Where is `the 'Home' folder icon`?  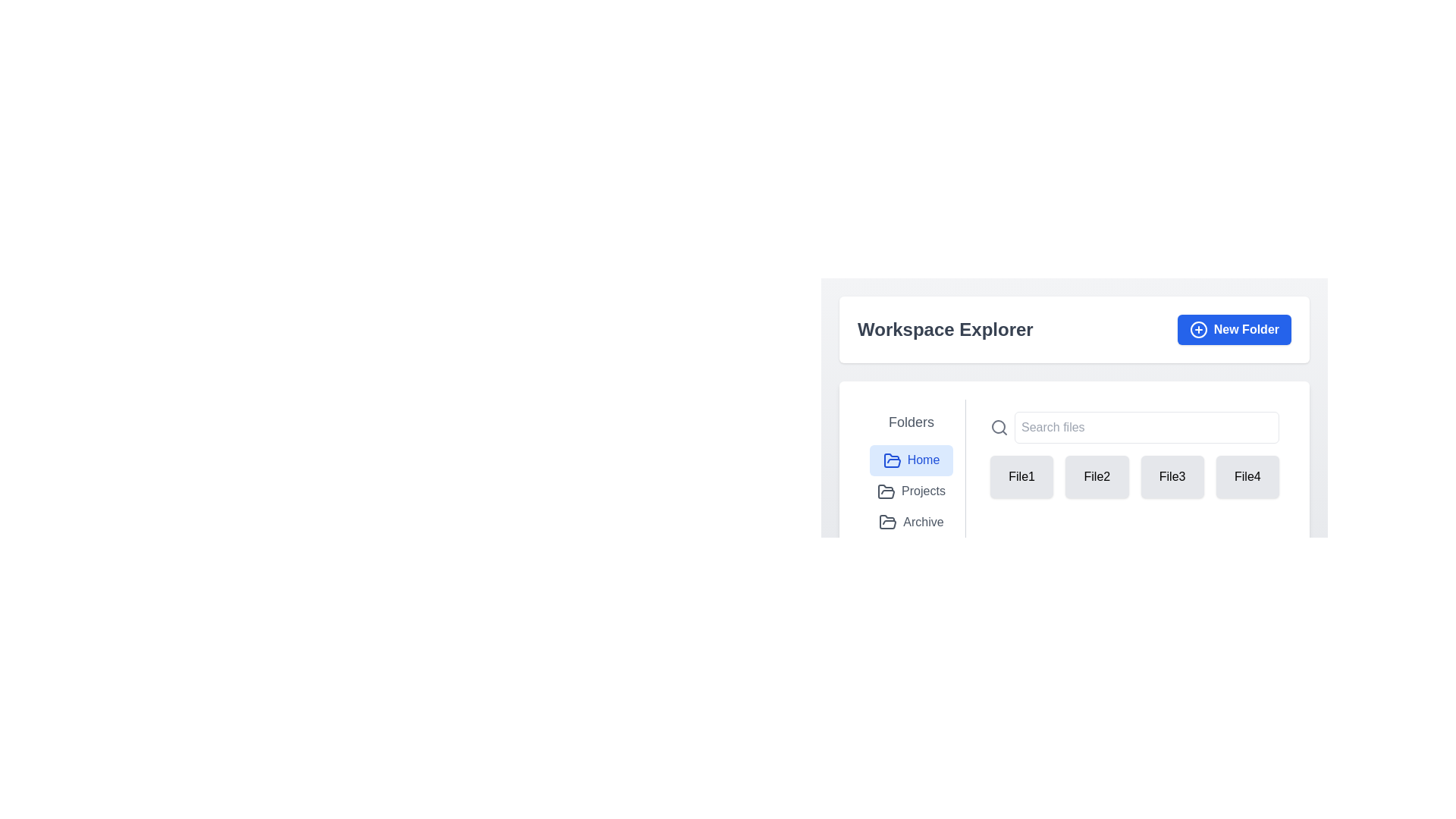
the 'Home' folder icon is located at coordinates (892, 460).